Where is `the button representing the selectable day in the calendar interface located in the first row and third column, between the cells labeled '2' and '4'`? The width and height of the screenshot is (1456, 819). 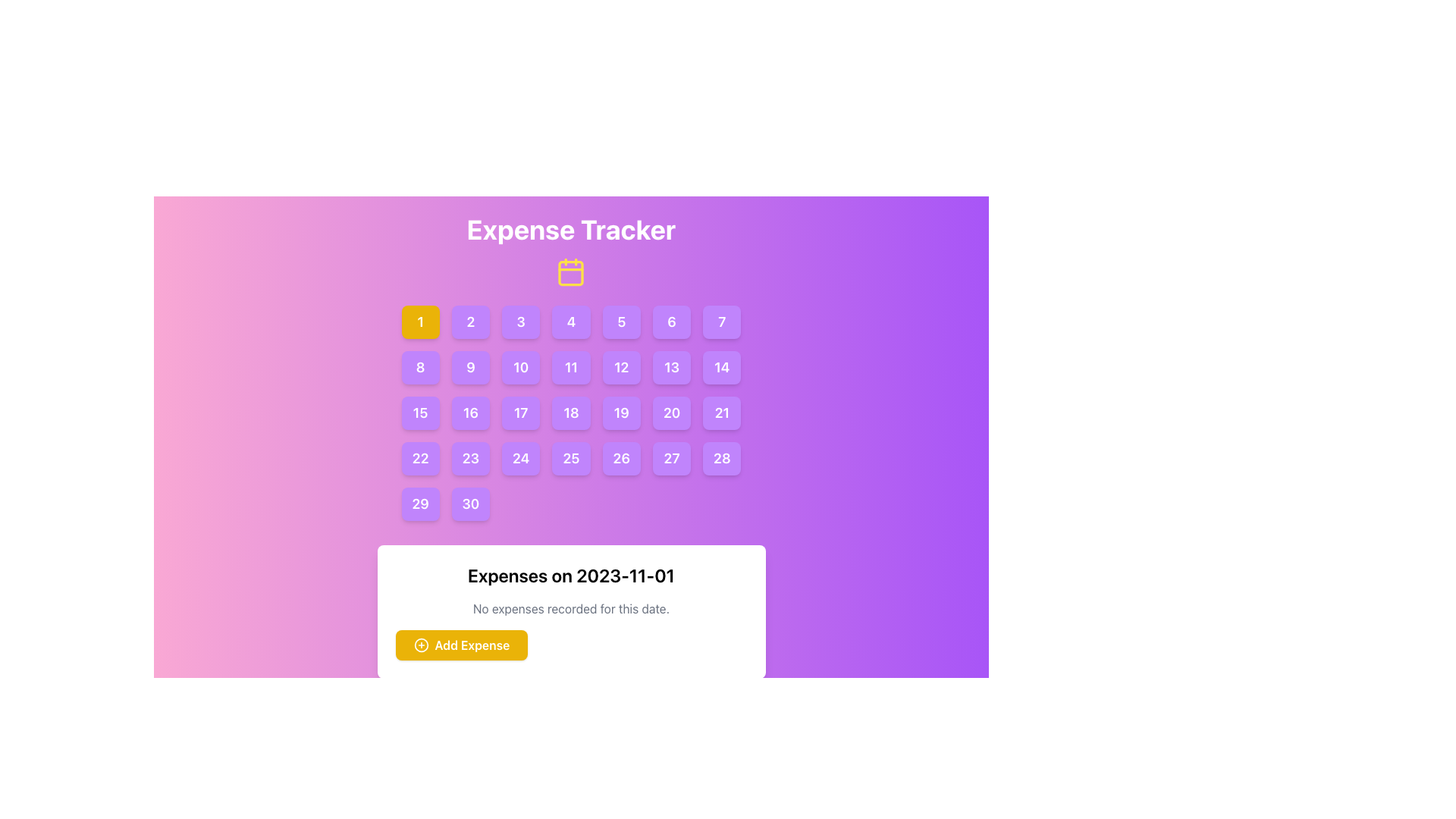 the button representing the selectable day in the calendar interface located in the first row and third column, between the cells labeled '2' and '4' is located at coordinates (521, 321).